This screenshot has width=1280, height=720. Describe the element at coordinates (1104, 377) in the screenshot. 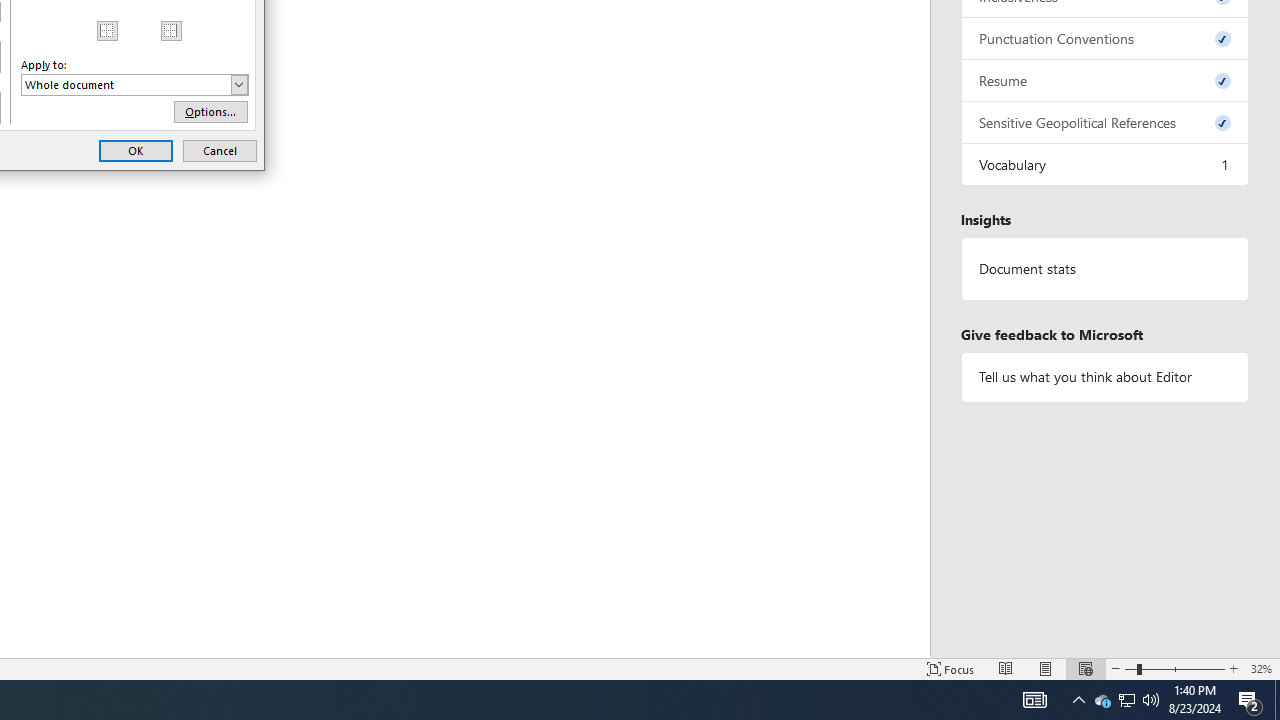

I see `'Tell us what you think about Editor'` at that location.